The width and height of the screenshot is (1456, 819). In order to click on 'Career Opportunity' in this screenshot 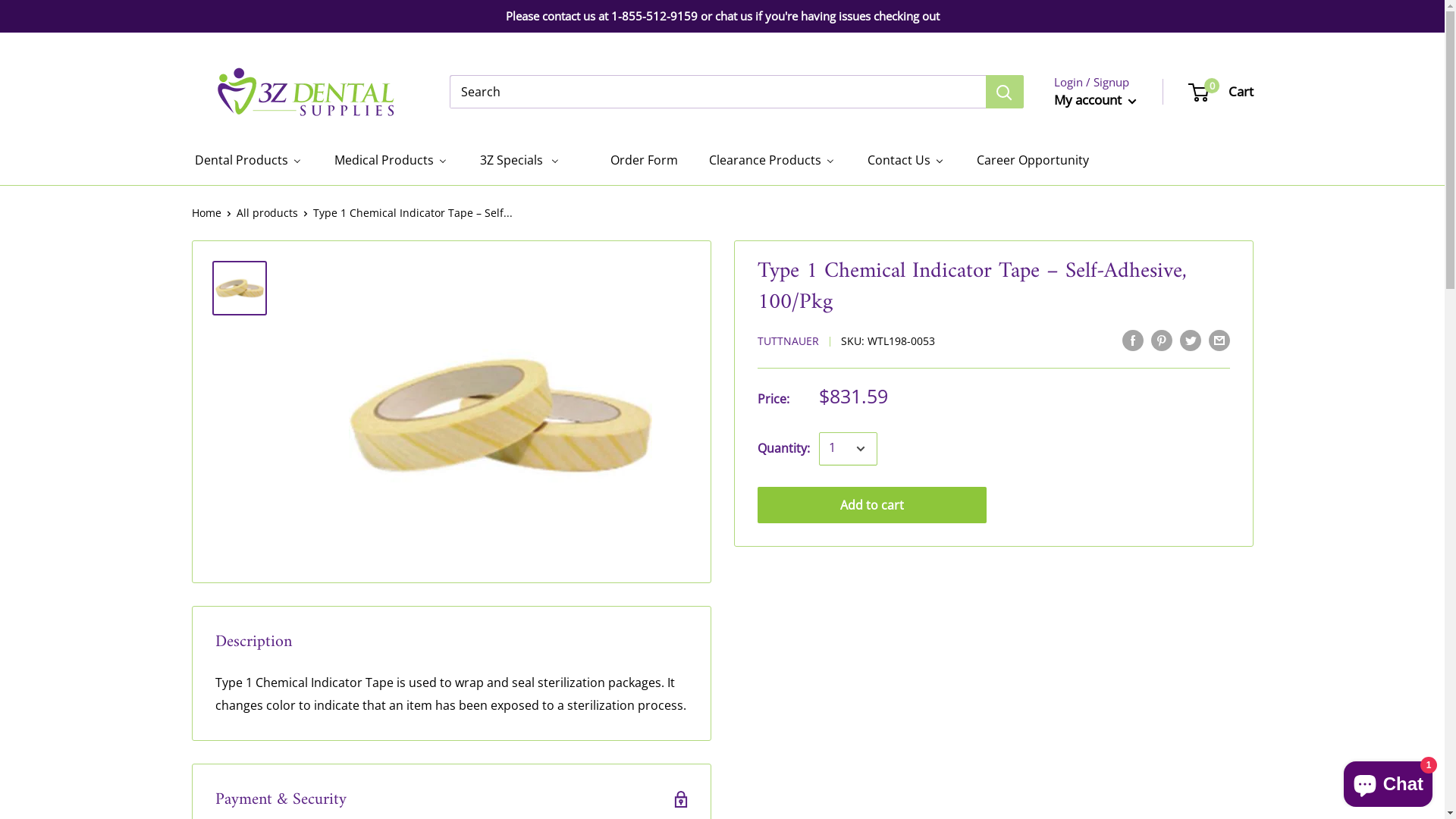, I will do `click(1031, 160)`.